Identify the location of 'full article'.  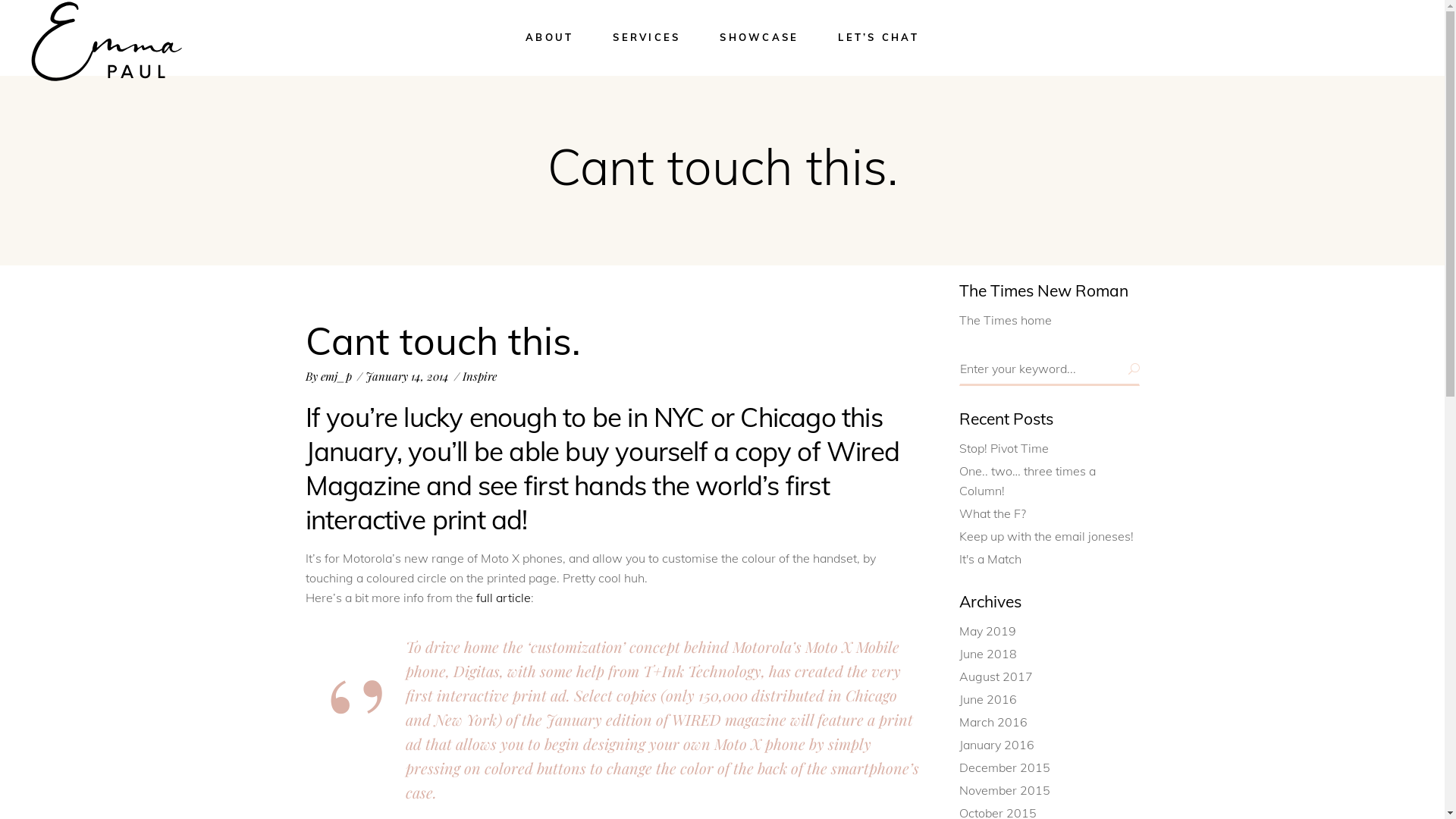
(503, 596).